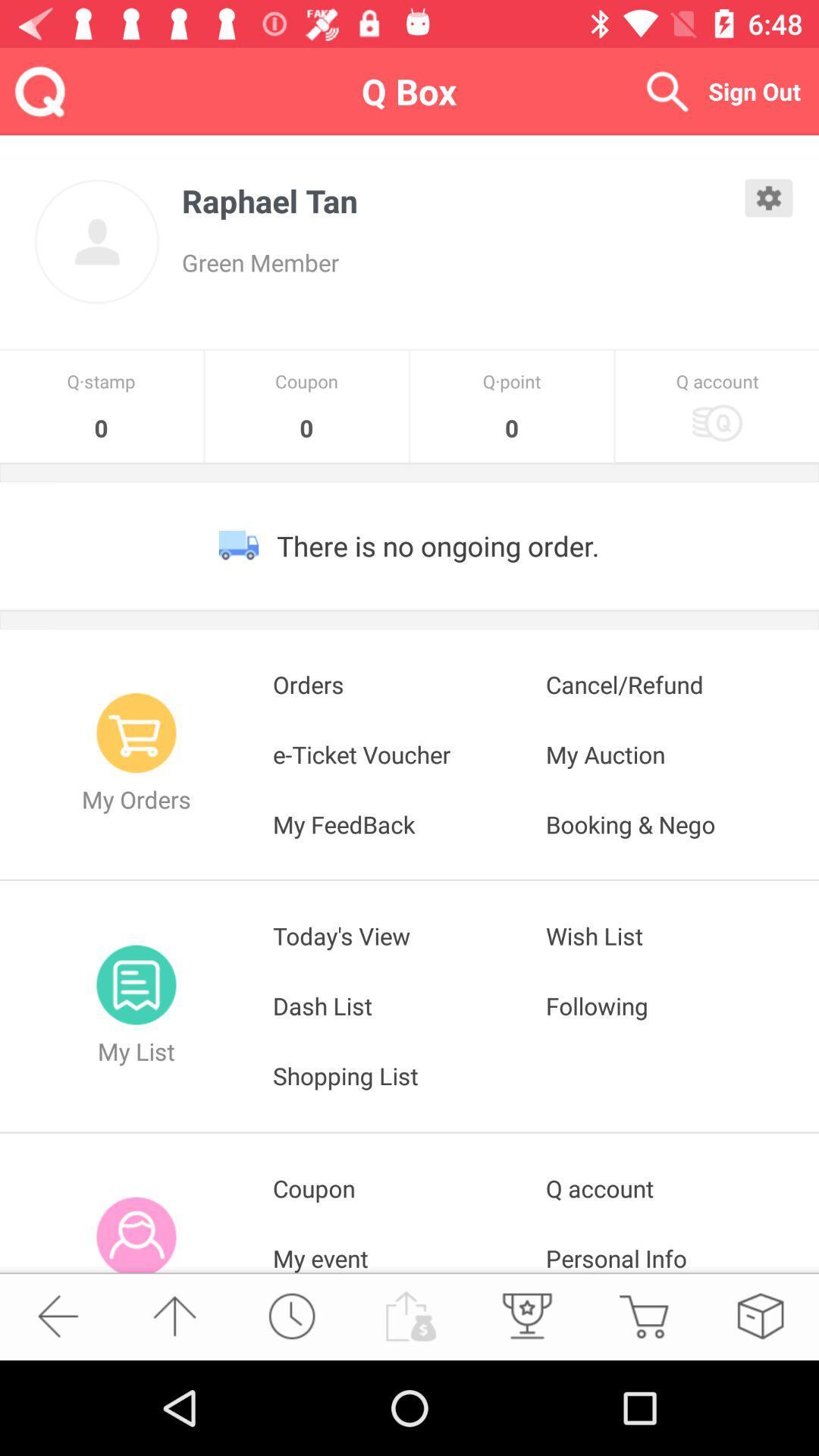 The width and height of the screenshot is (819, 1456). I want to click on the item below the personal info, so click(643, 1315).